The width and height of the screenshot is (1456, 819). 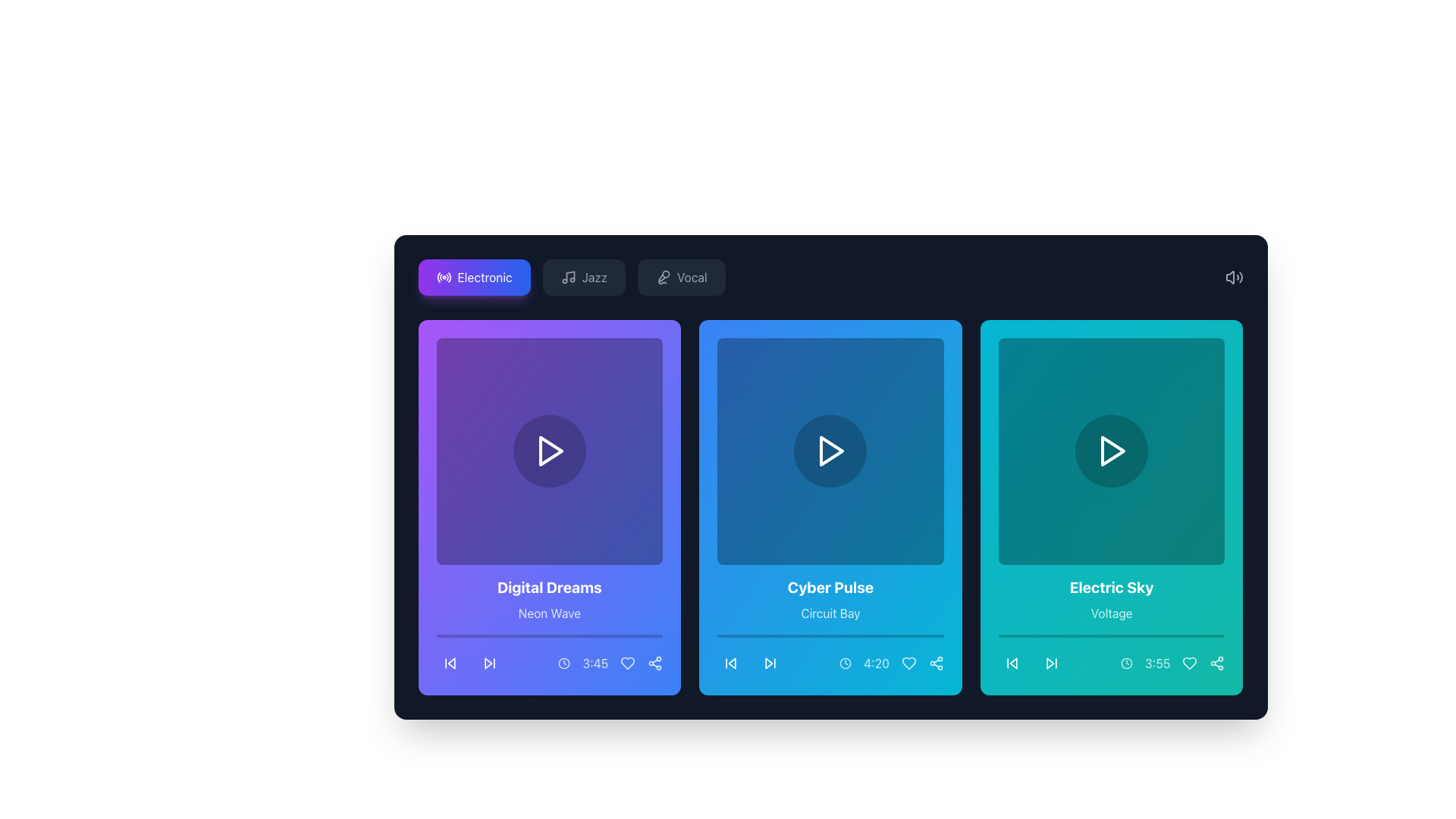 What do you see at coordinates (628, 662) in the screenshot?
I see `the heart-shaped like button located beside the time indicator '3:45' at the bottom of the first music card` at bounding box center [628, 662].